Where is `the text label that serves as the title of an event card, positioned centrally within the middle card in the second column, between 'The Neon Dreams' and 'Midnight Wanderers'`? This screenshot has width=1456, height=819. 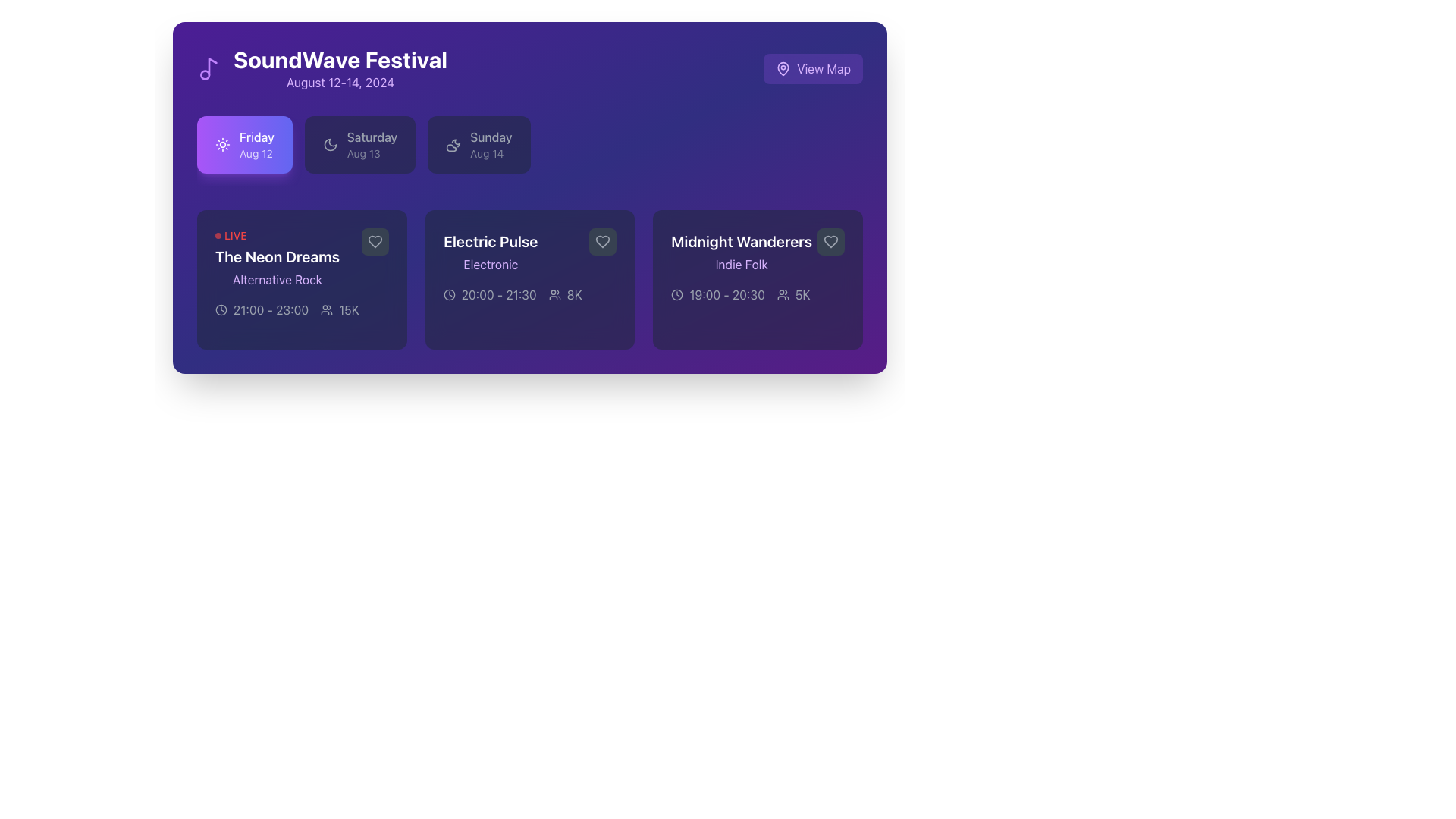
the text label that serves as the title of an event card, positioned centrally within the middle card in the second column, between 'The Neon Dreams' and 'Midnight Wanderers' is located at coordinates (490, 241).